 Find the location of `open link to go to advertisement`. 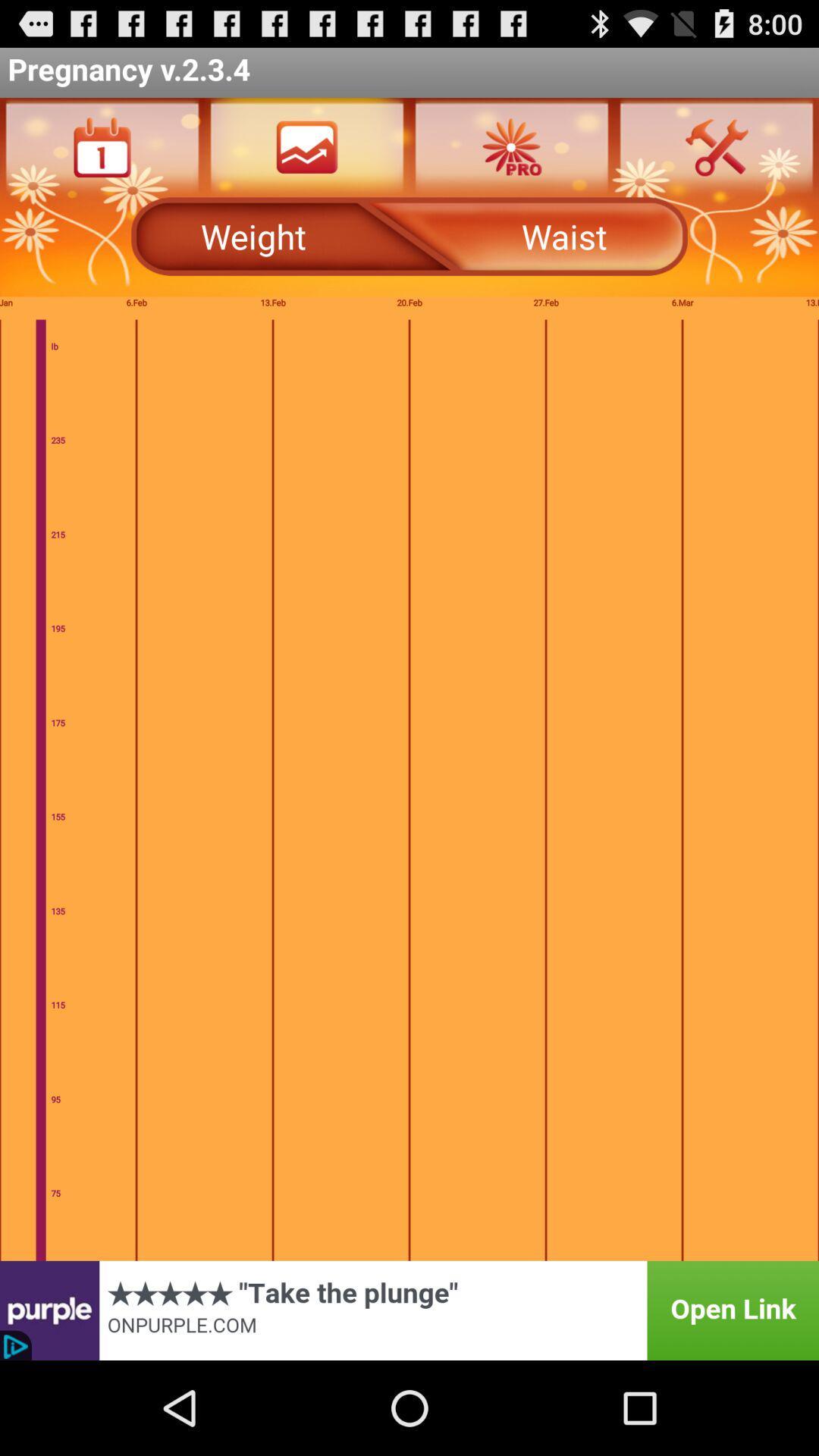

open link to go to advertisement is located at coordinates (409, 1310).